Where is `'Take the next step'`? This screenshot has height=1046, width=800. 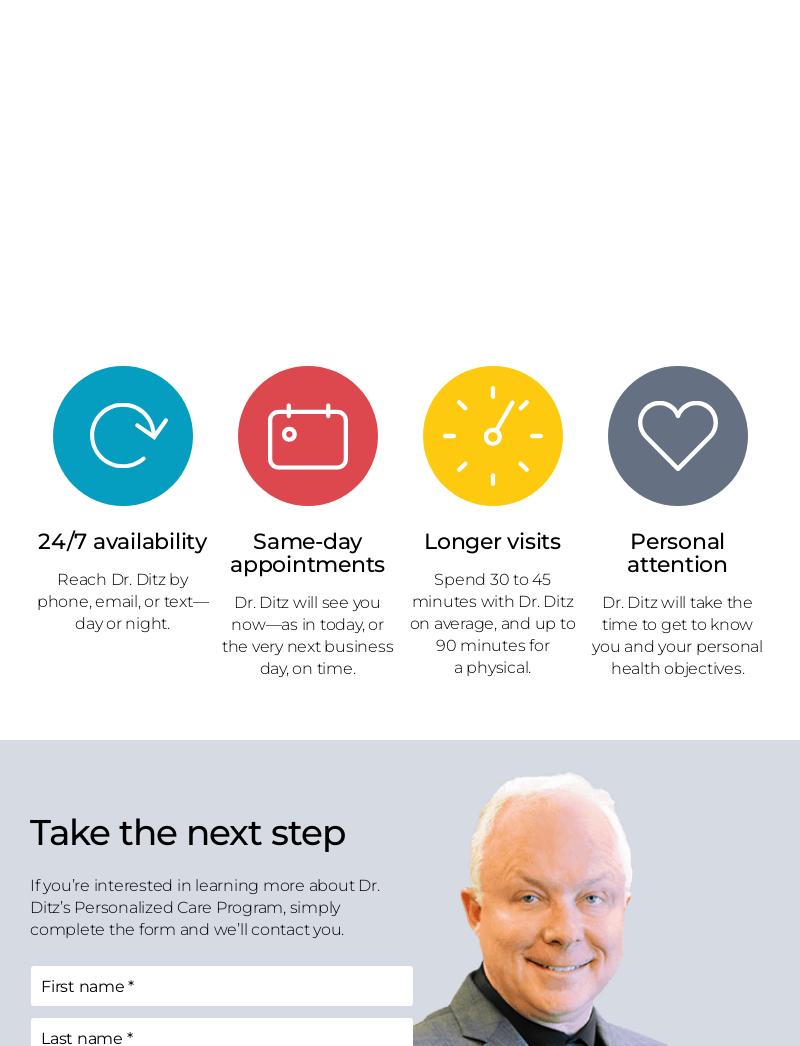
'Take the next step' is located at coordinates (186, 831).